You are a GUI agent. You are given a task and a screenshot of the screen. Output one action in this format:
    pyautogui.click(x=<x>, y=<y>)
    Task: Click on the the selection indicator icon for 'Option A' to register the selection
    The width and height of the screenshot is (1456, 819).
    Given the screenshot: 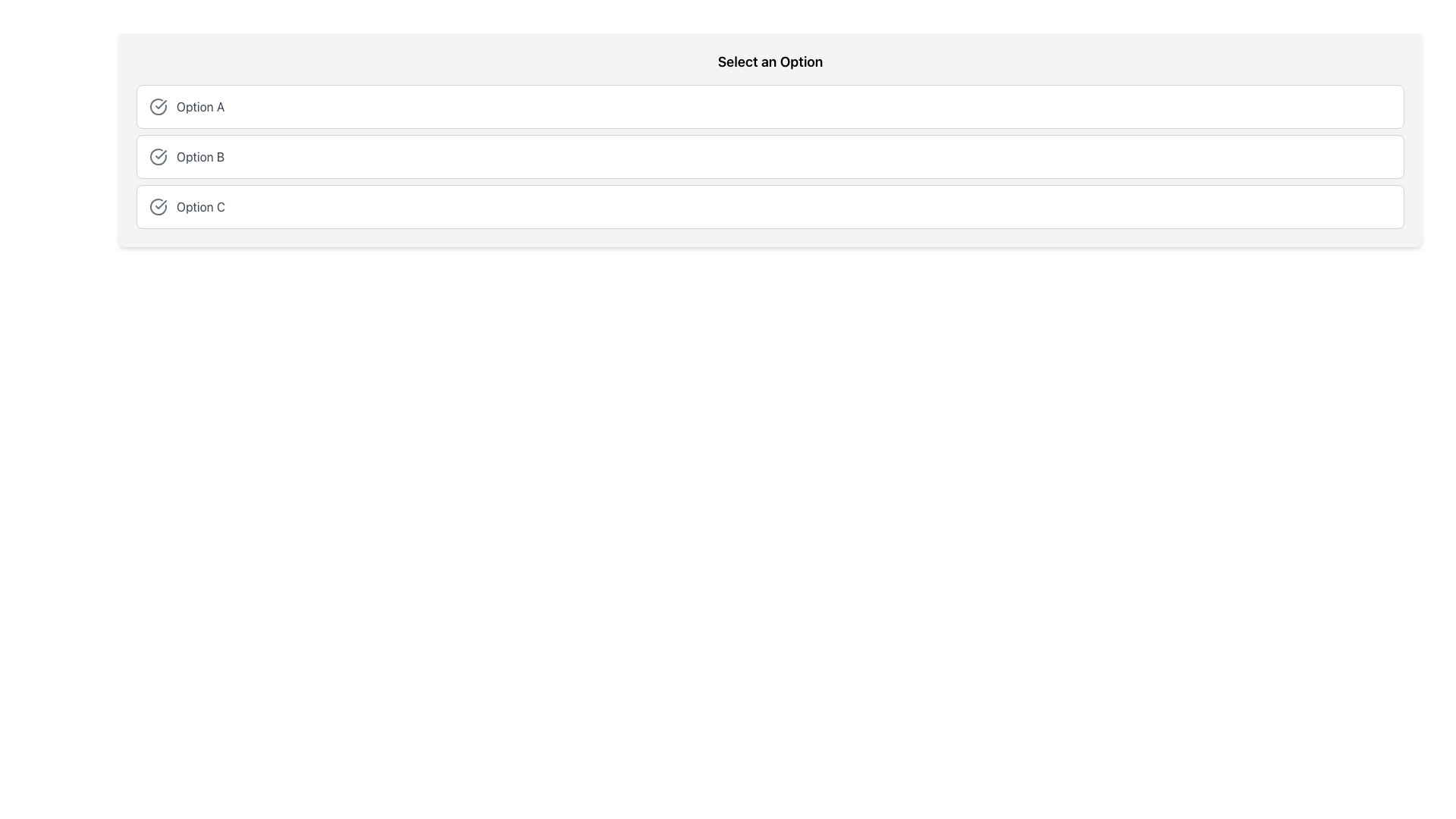 What is the action you would take?
    pyautogui.click(x=158, y=106)
    